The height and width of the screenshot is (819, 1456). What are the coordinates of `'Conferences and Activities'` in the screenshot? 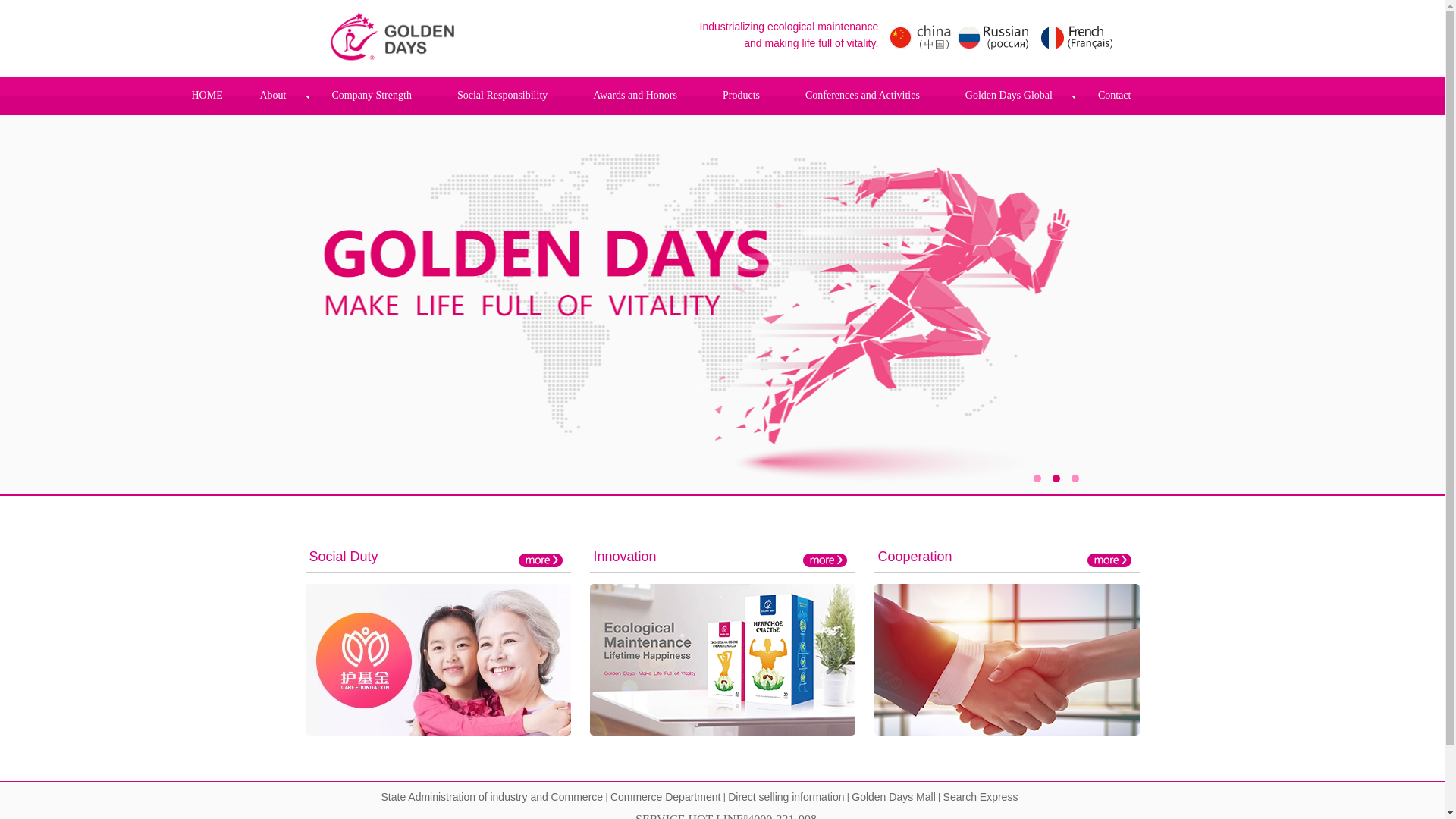 It's located at (783, 96).